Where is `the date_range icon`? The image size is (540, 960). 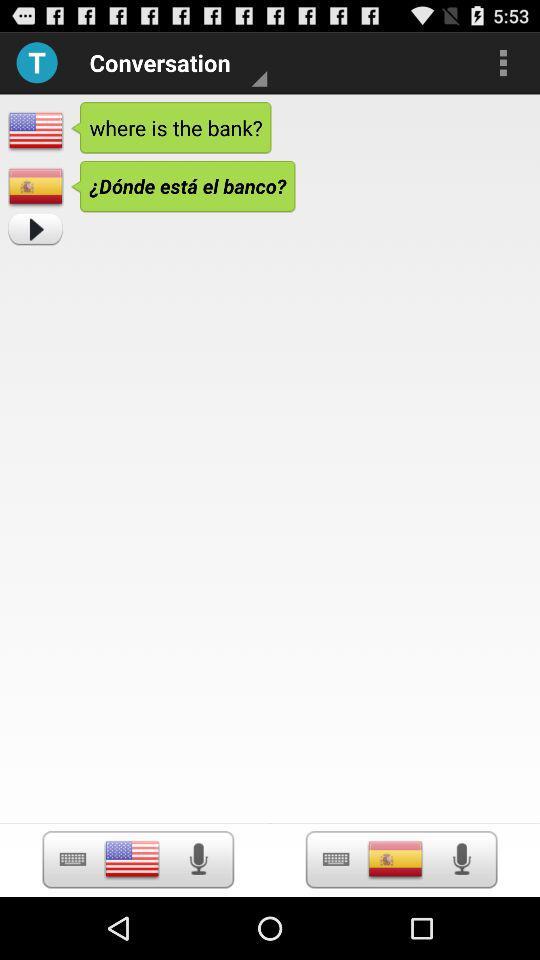 the date_range icon is located at coordinates (71, 920).